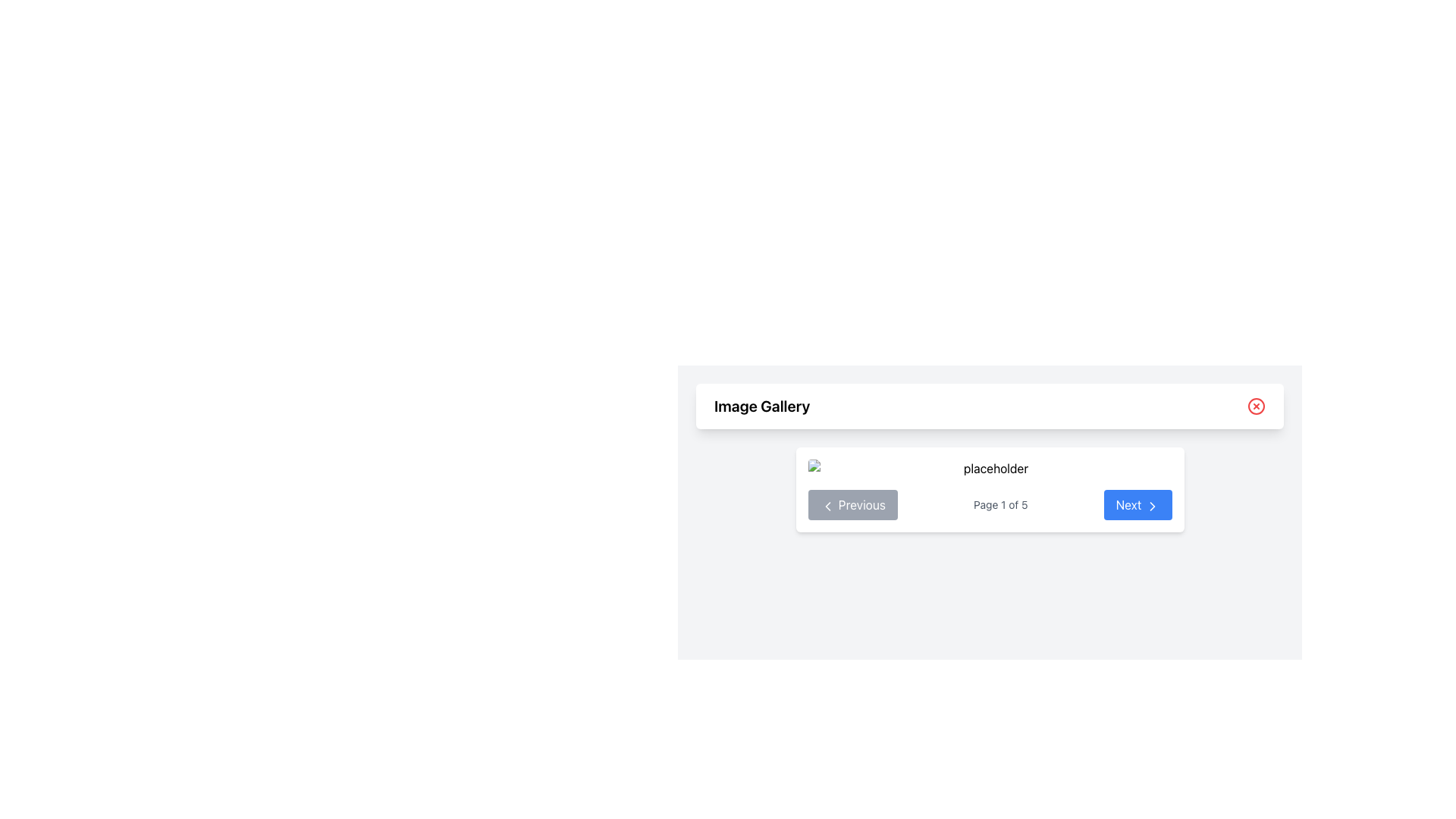  What do you see at coordinates (827, 506) in the screenshot?
I see `the 'Previous' button that contains the icon for moving to the previous item or page` at bounding box center [827, 506].